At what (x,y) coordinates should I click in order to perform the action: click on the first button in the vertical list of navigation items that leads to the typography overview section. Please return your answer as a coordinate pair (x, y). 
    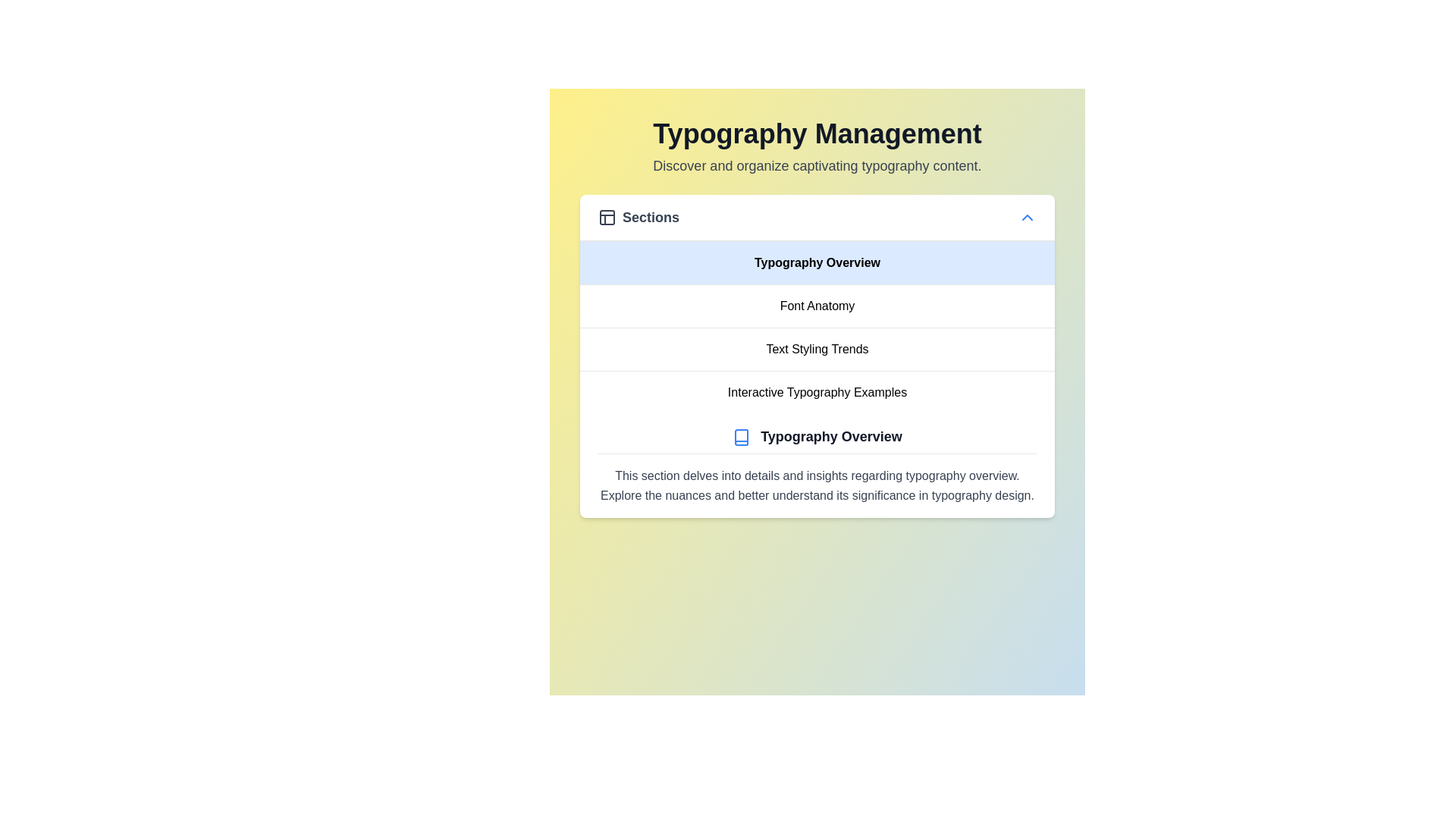
    Looking at the image, I should click on (817, 262).